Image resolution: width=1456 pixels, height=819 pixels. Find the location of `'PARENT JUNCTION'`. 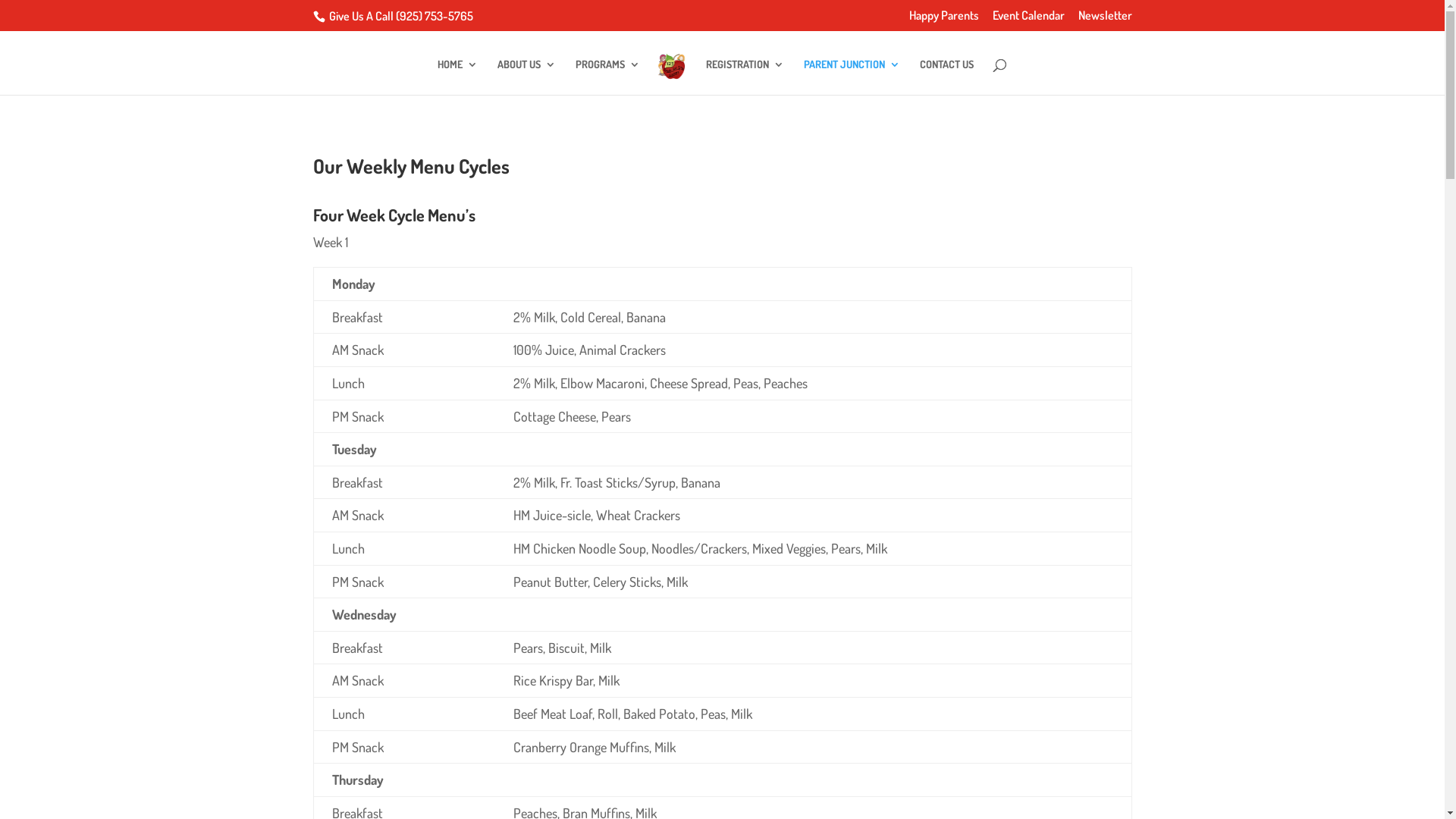

'PARENT JUNCTION' is located at coordinates (852, 77).